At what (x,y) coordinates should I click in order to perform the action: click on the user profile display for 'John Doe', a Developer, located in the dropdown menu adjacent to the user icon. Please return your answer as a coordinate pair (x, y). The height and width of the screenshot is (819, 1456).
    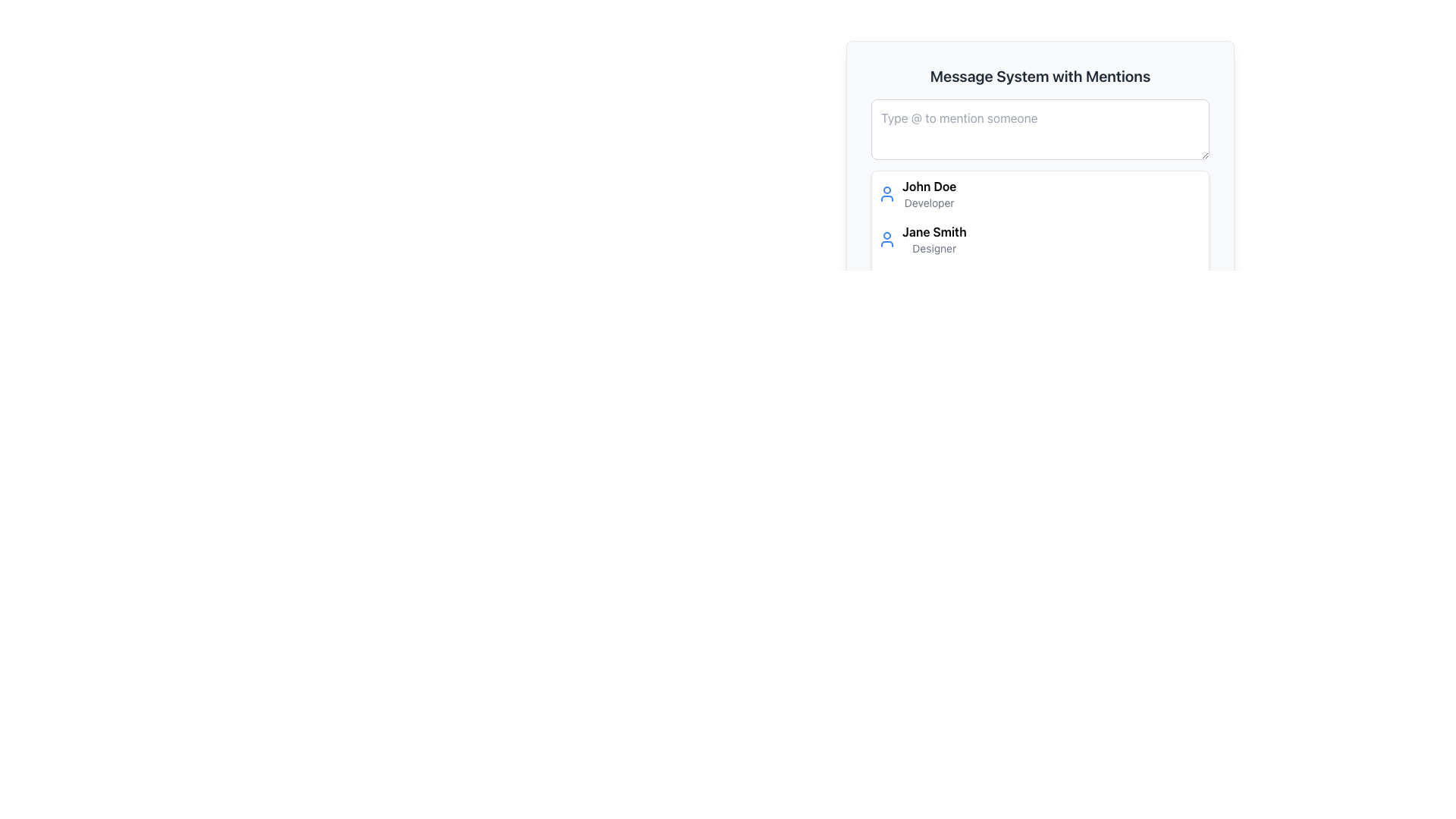
    Looking at the image, I should click on (928, 193).